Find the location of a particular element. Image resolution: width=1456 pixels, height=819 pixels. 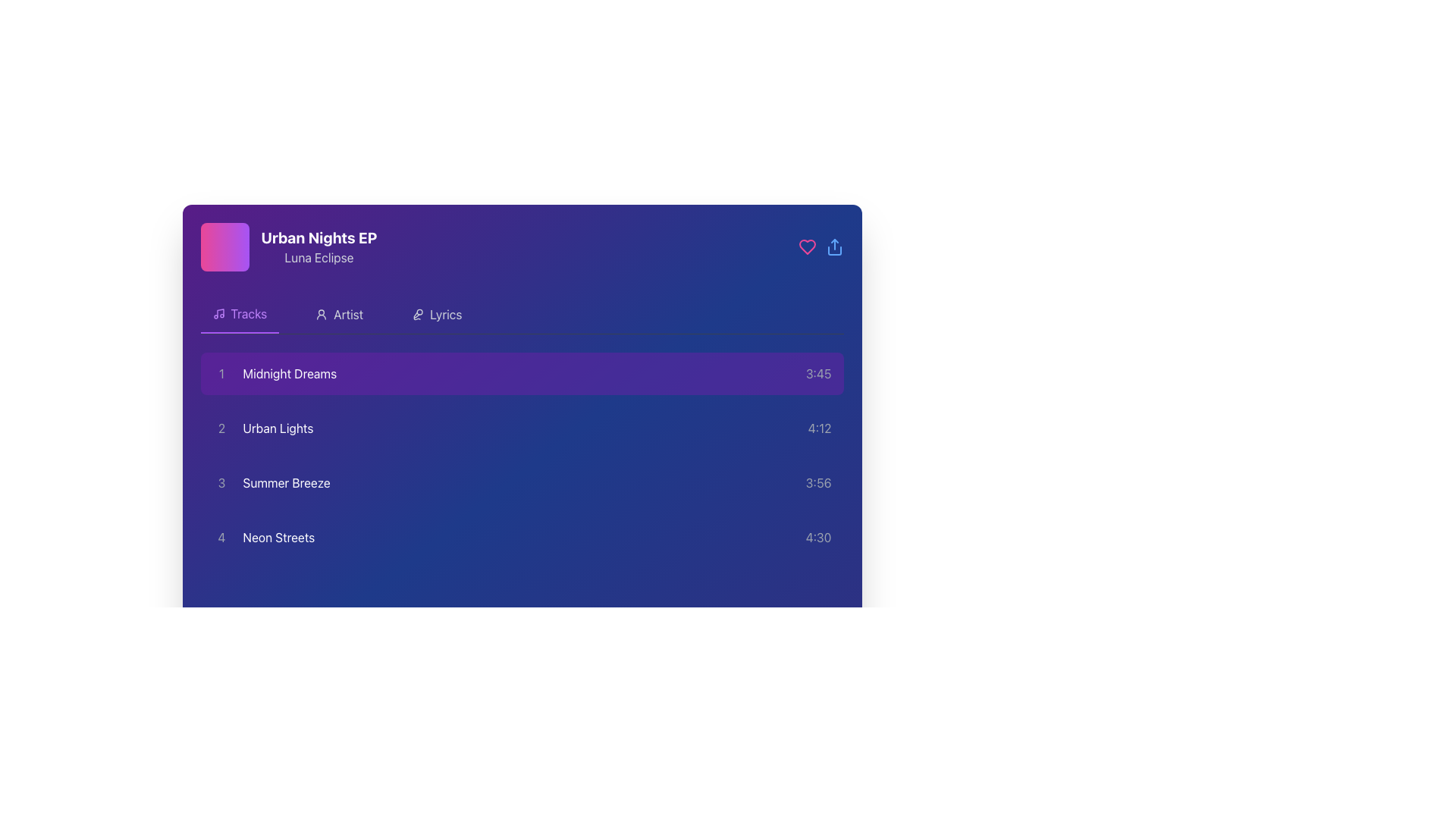

the text label that represents the title of the currently selected music track in the playlist to trigger a tooltip or effect is located at coordinates (290, 374).